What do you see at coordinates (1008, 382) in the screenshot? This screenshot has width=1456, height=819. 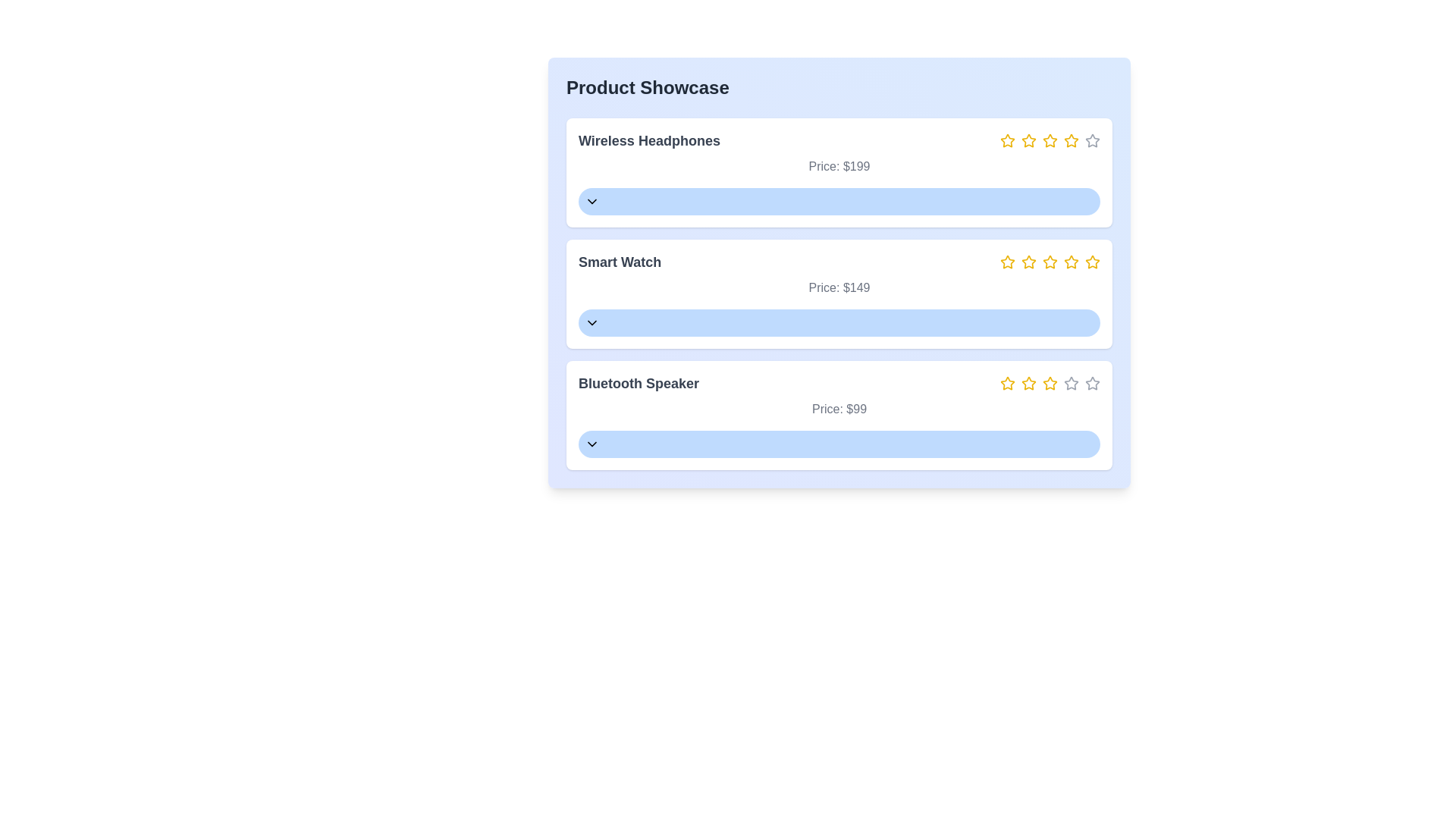 I see `the second star-shaped rating icon with yellow borders for the 'Bluetooth Speaker'` at bounding box center [1008, 382].